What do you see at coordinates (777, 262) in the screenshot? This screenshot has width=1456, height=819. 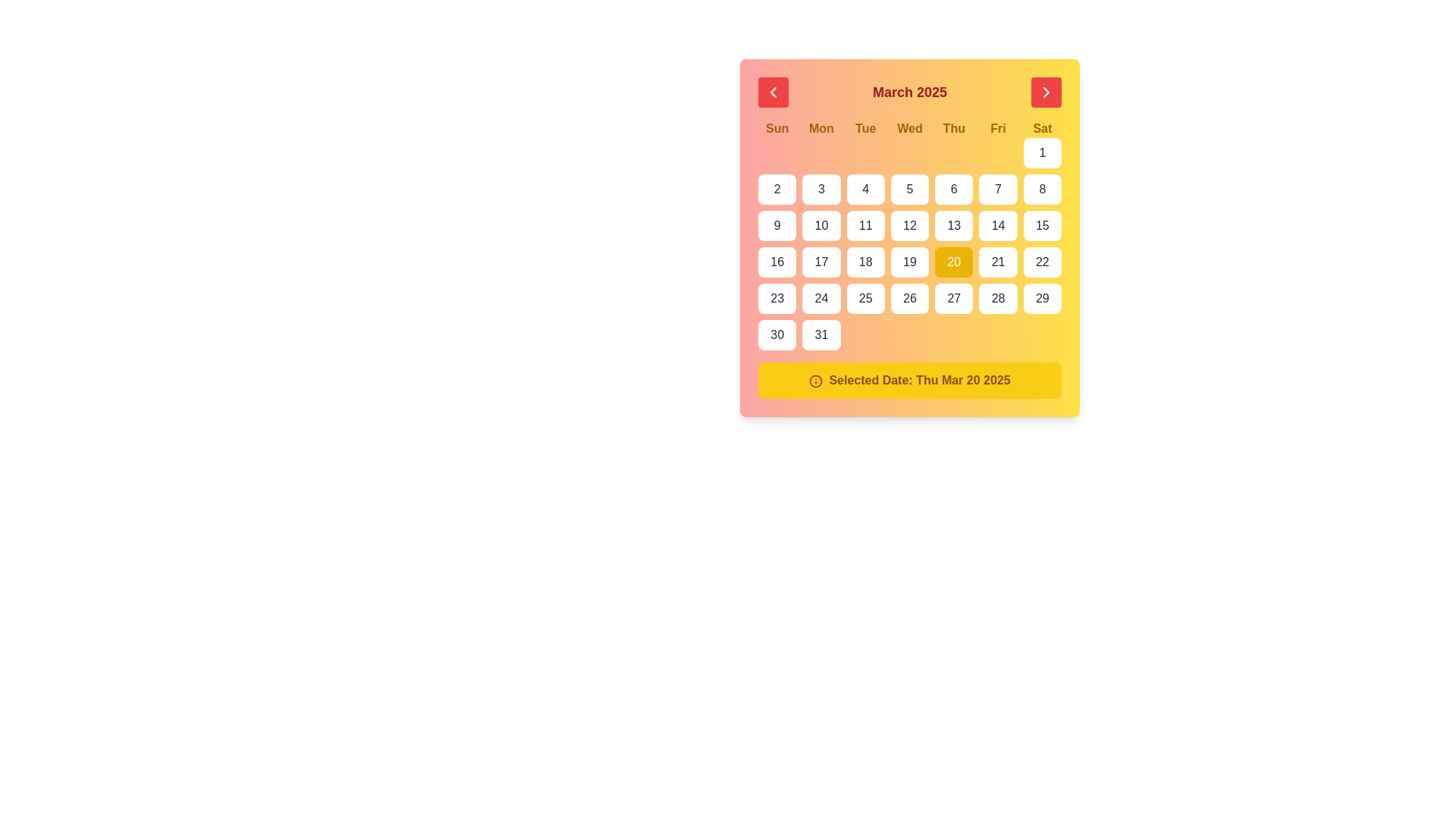 I see `the square button labeled '16' in the calendar grid to change its background color to yellow` at bounding box center [777, 262].